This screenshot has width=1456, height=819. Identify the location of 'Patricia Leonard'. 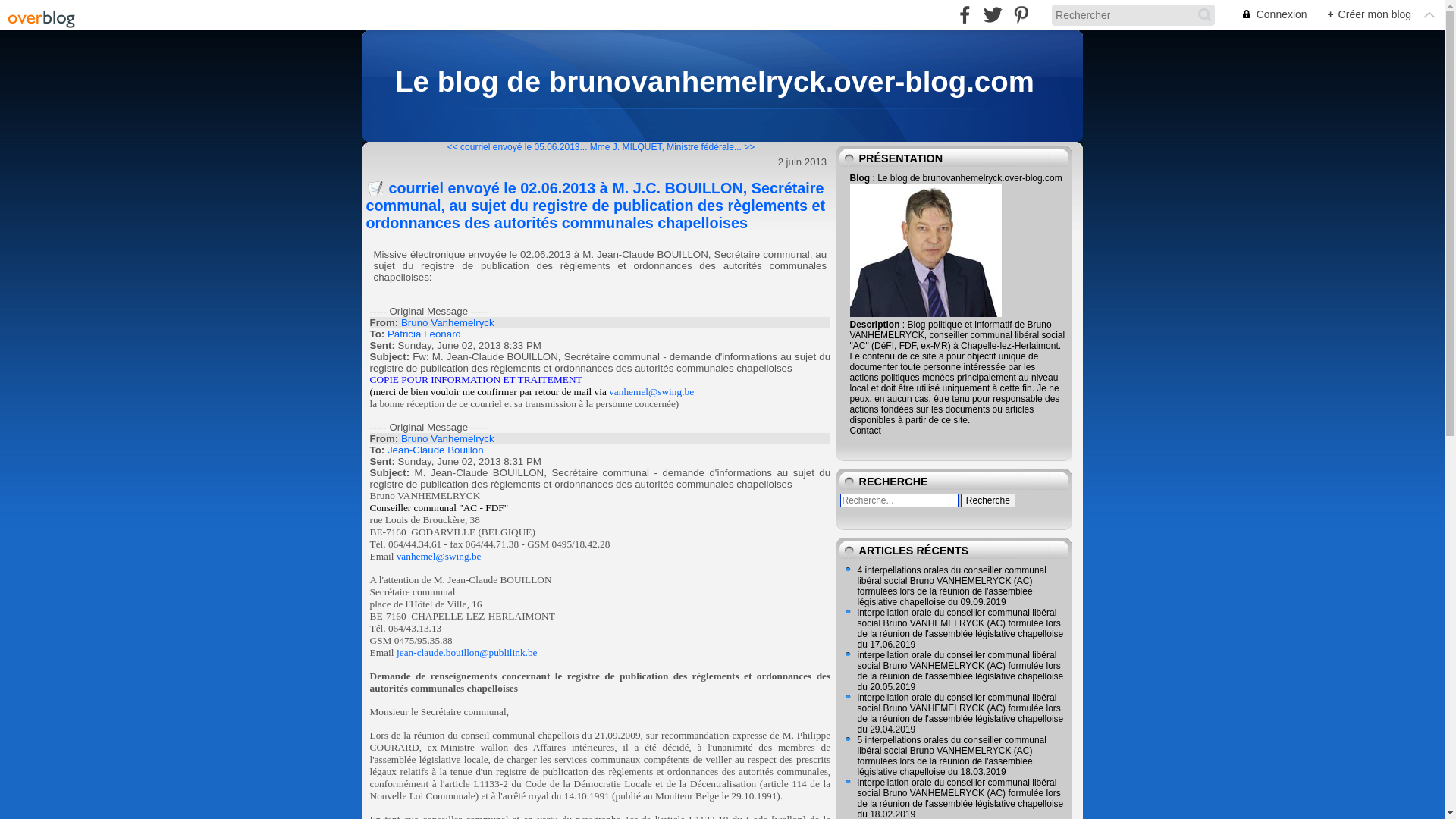
(424, 333).